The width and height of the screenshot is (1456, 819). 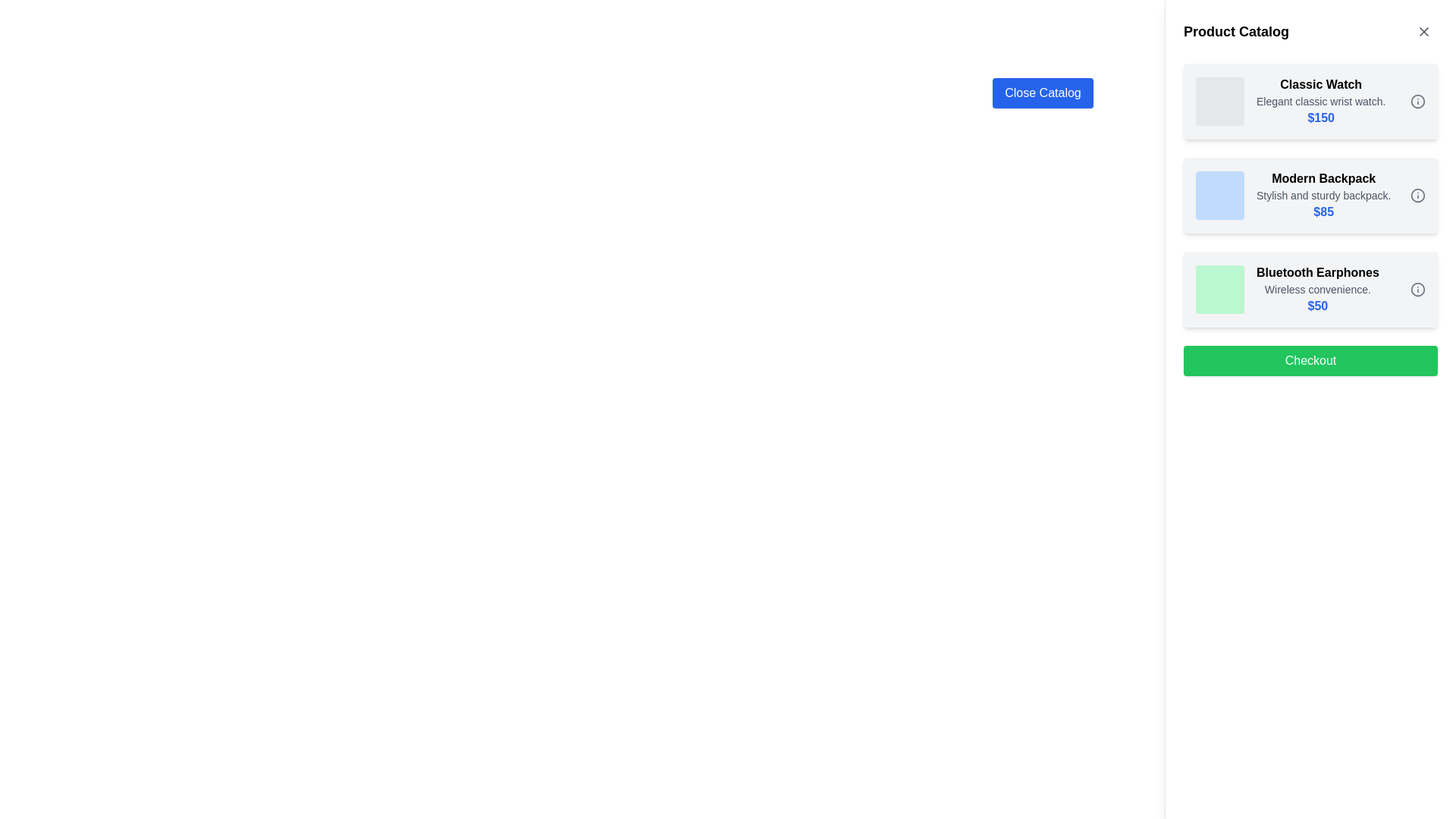 What do you see at coordinates (1417, 102) in the screenshot?
I see `the information icon in the top-right corner of the 'Classic Watch' product card` at bounding box center [1417, 102].